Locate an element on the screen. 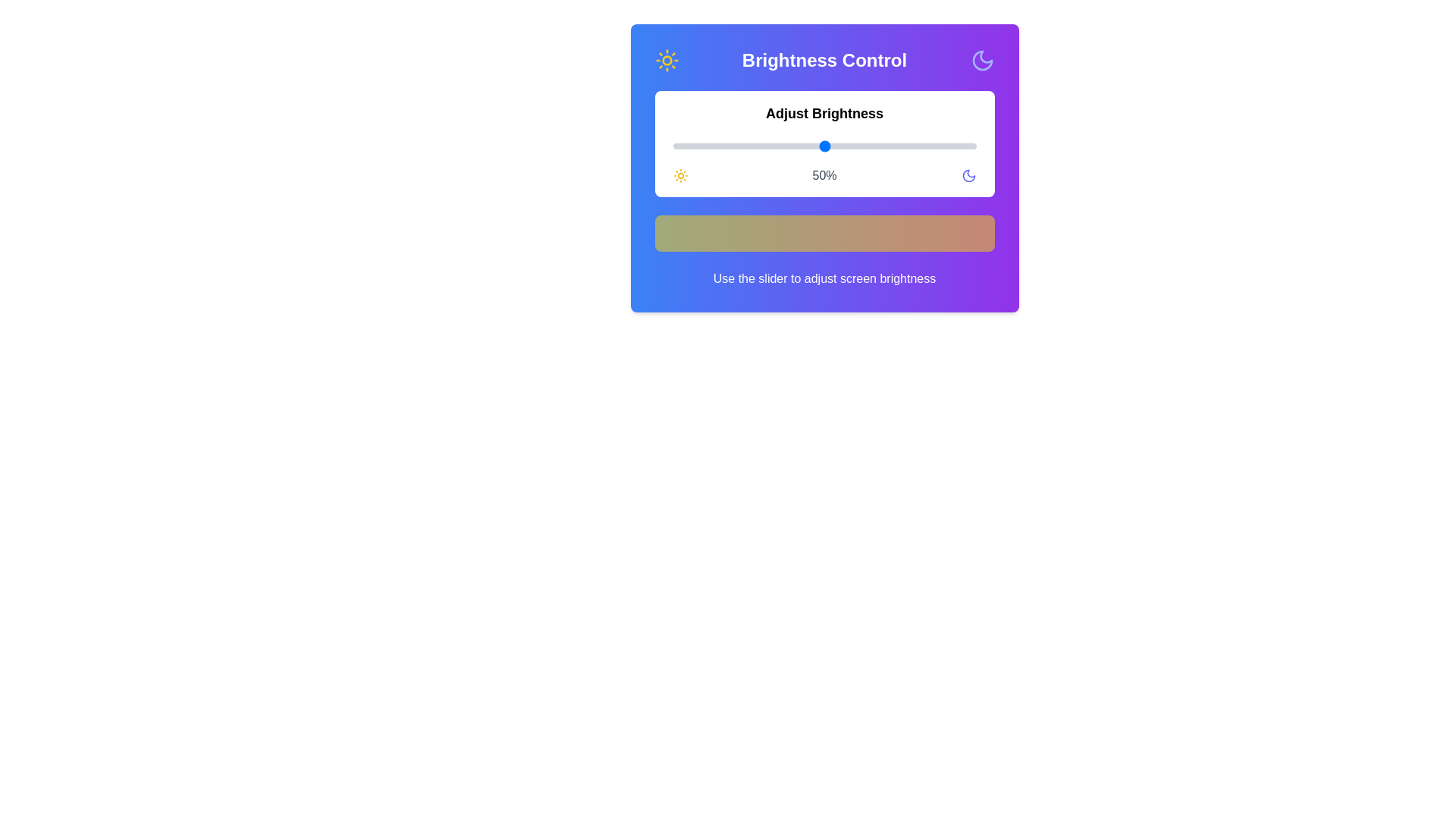 This screenshot has width=1456, height=819. the brightness slider to 94% is located at coordinates (957, 146).